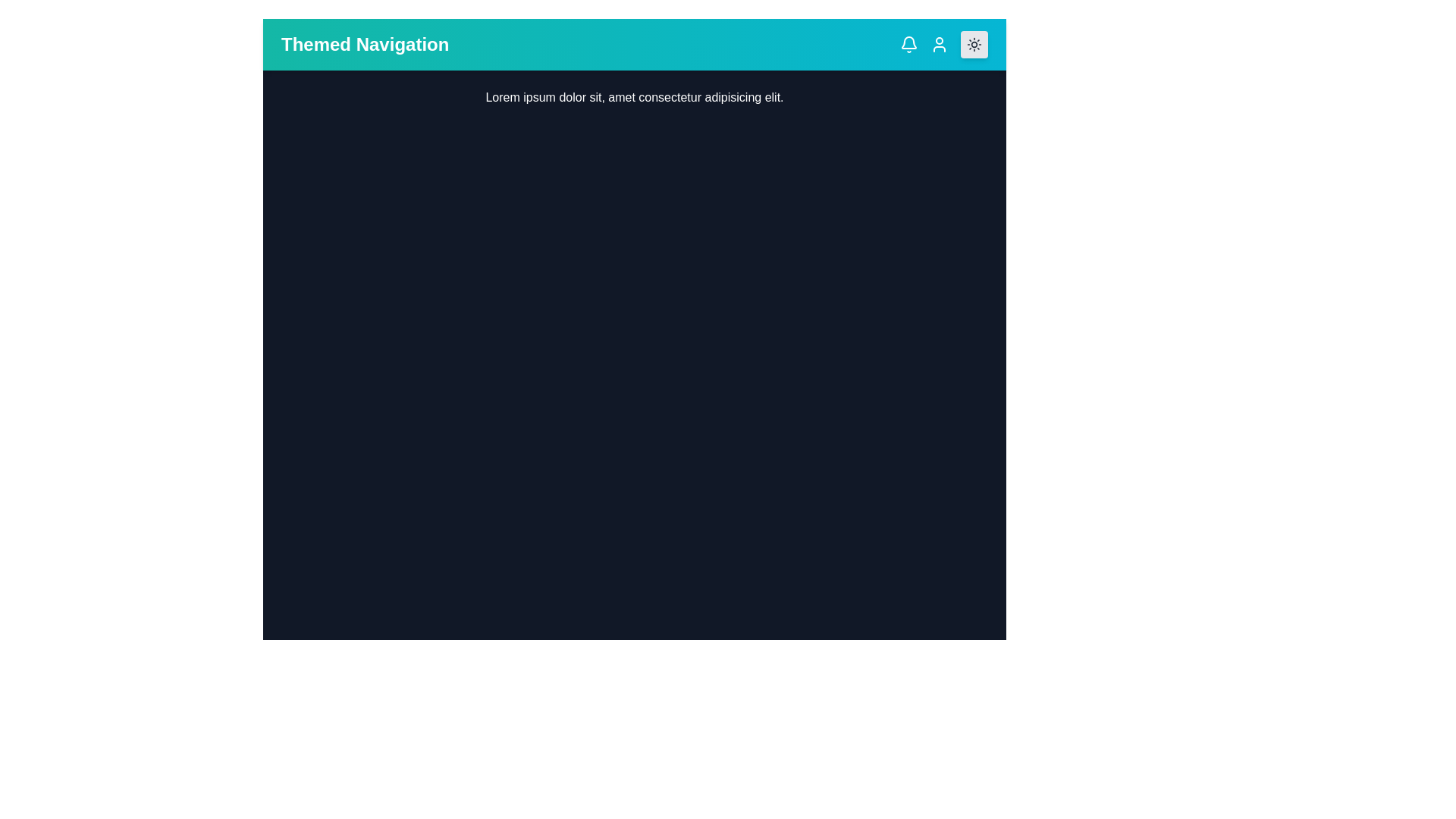  Describe the element at coordinates (938, 43) in the screenshot. I see `the user icon to simulate a user-related action` at that location.